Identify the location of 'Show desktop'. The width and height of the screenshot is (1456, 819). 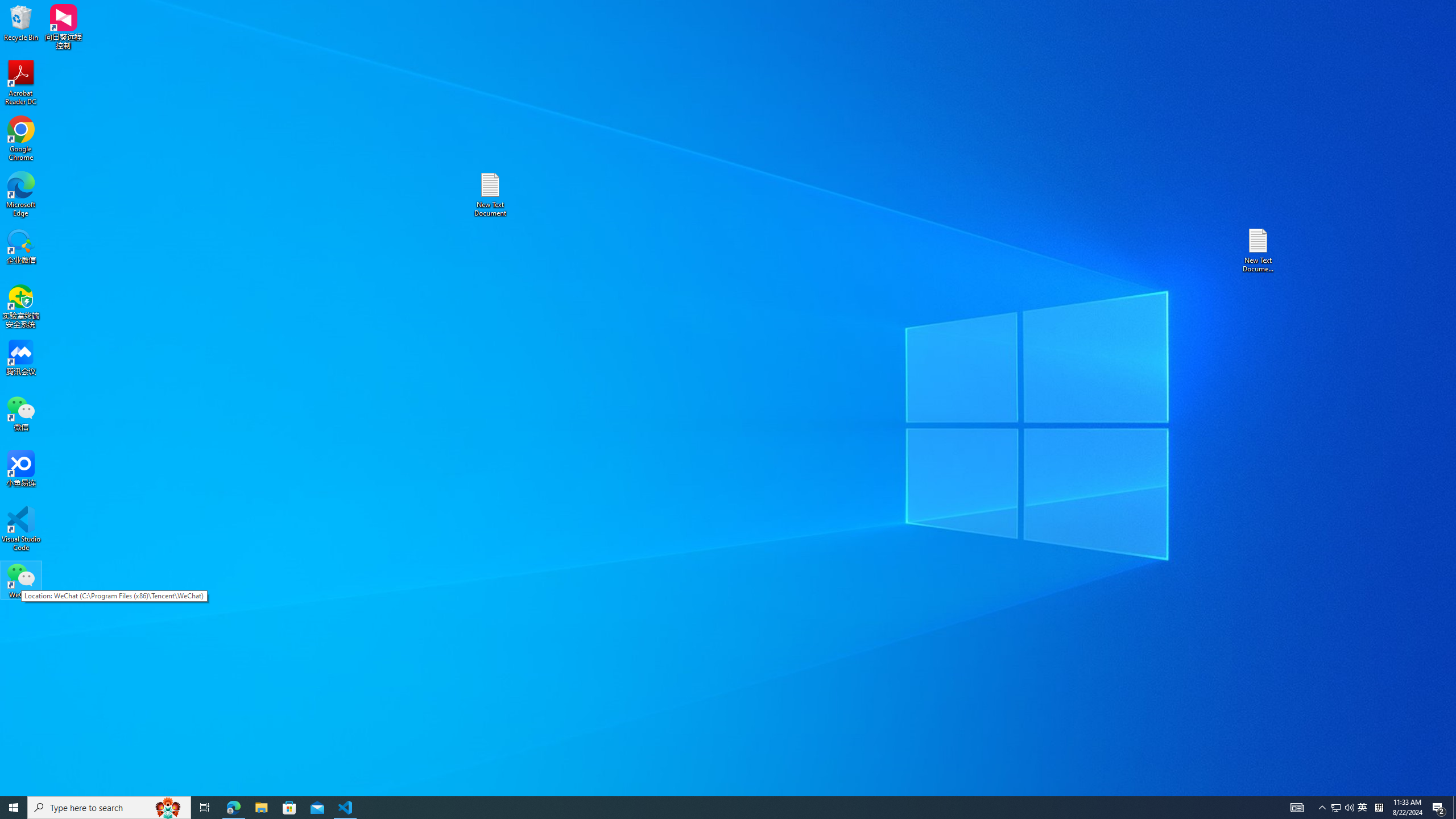
(1454, 806).